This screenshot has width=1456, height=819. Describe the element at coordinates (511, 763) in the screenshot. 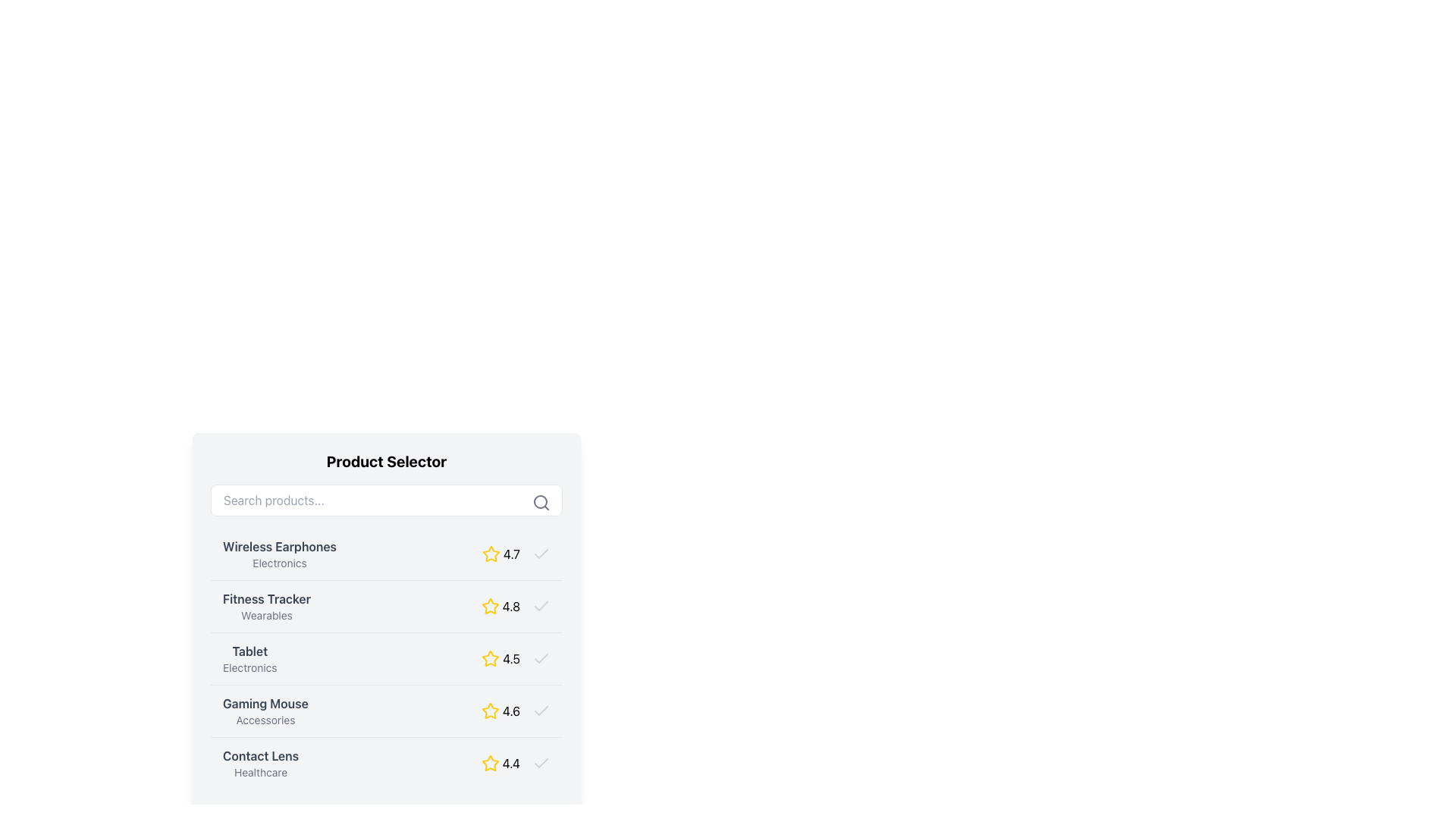

I see `text label displaying the value '4.4' located in the fifth row of the listing interface, adjacent to the star rating symbol` at that location.